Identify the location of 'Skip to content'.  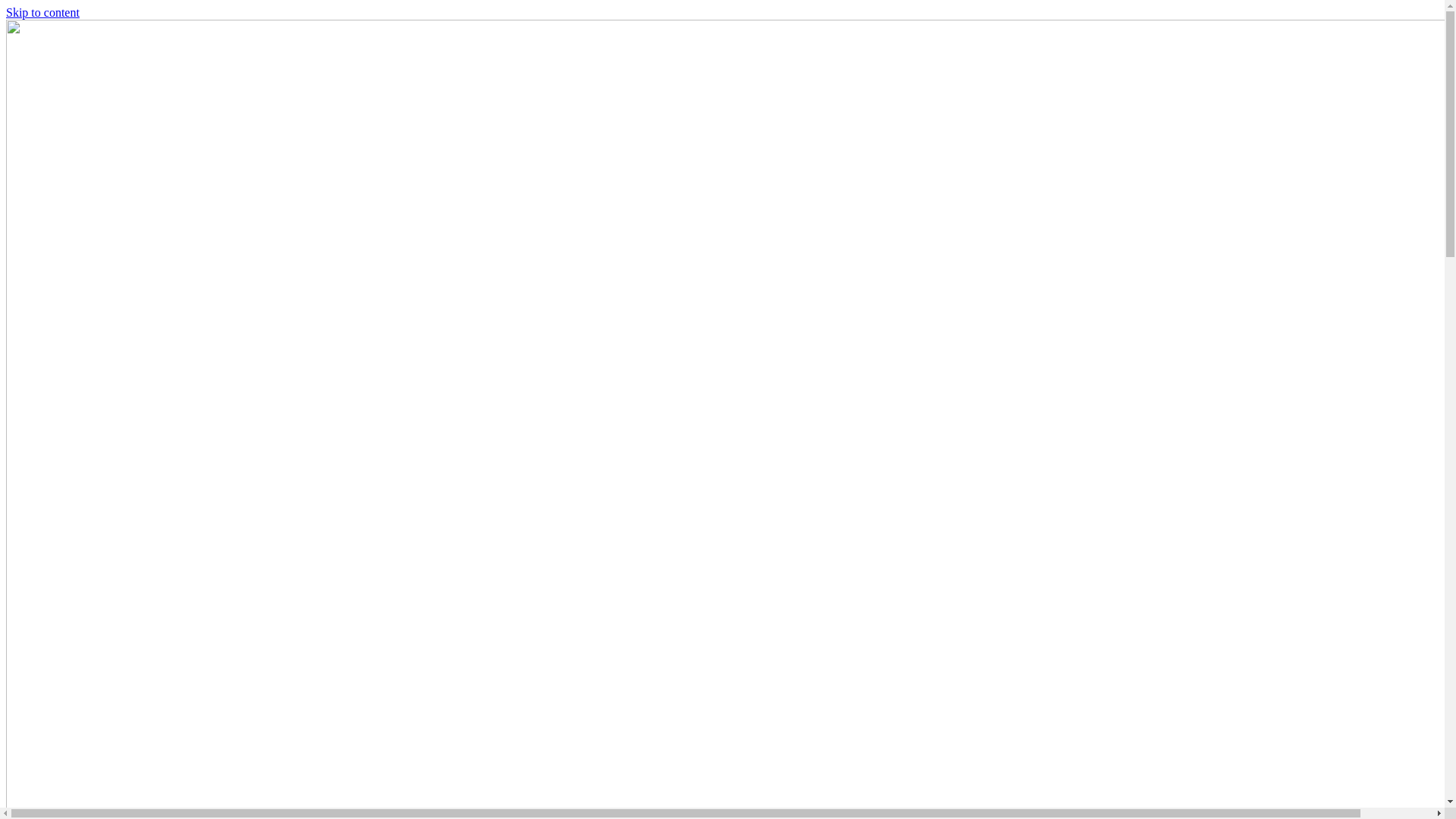
(42, 12).